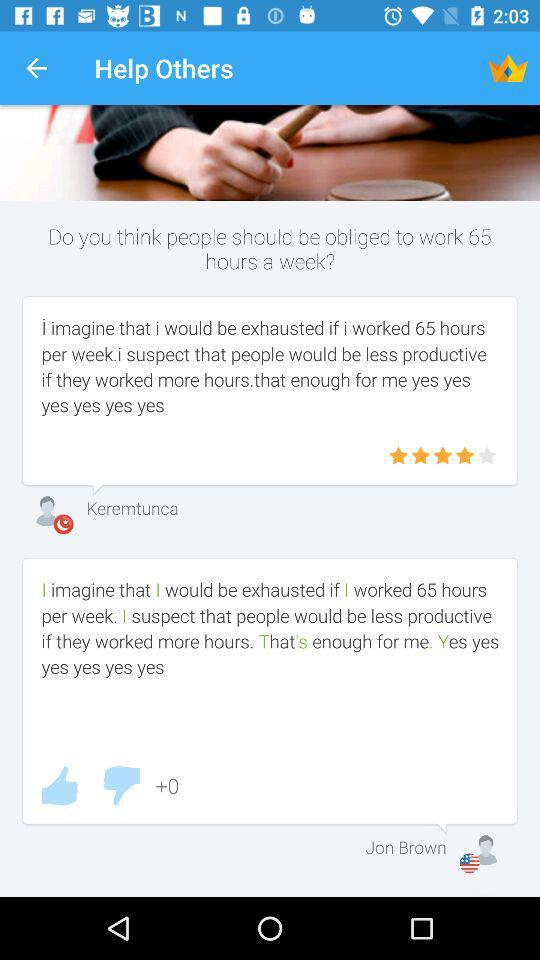  Describe the element at coordinates (508, 68) in the screenshot. I see `item at the top right corner` at that location.